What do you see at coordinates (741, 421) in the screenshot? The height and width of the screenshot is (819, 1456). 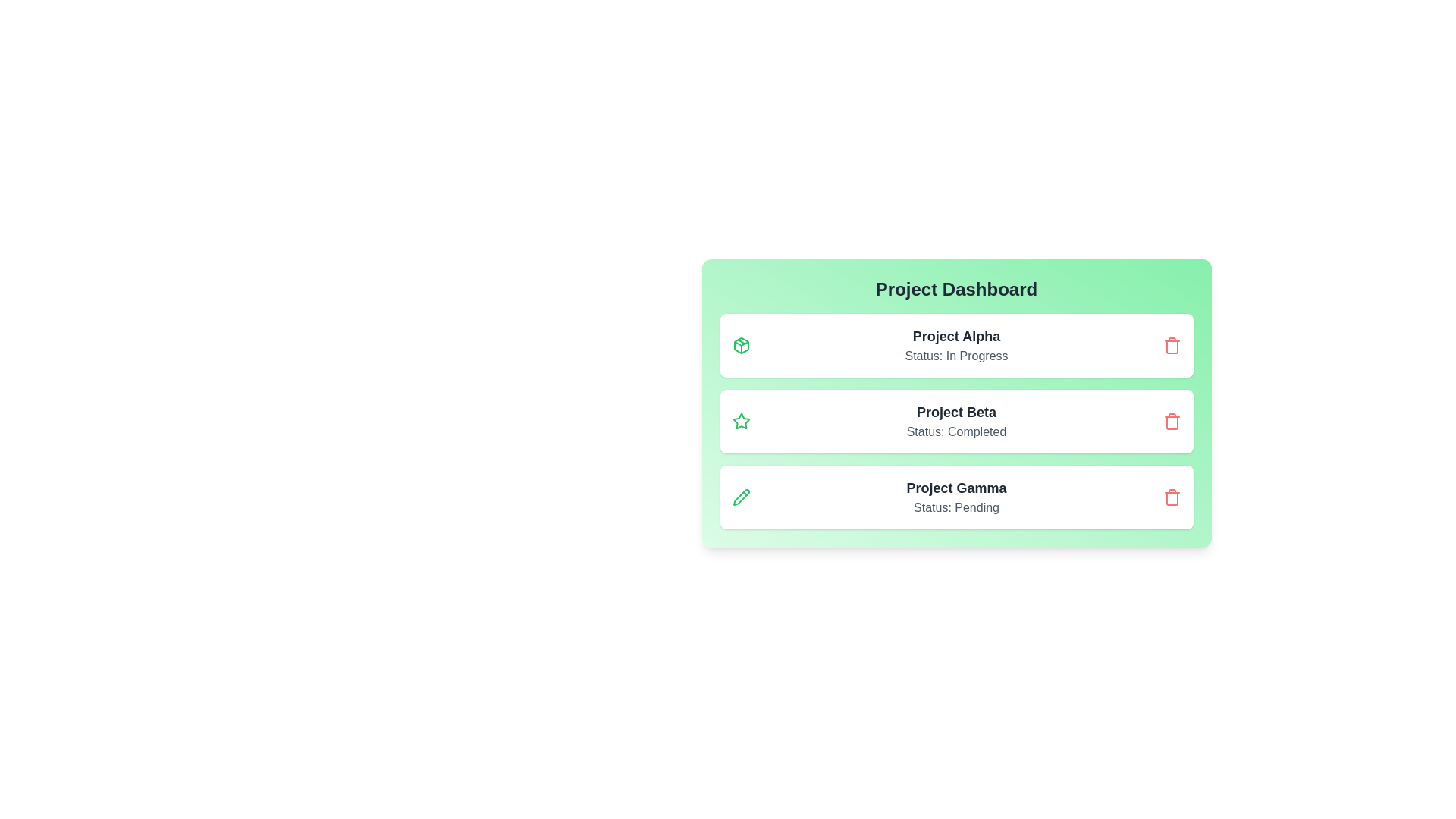 I see `the icon associated with Project Beta` at bounding box center [741, 421].